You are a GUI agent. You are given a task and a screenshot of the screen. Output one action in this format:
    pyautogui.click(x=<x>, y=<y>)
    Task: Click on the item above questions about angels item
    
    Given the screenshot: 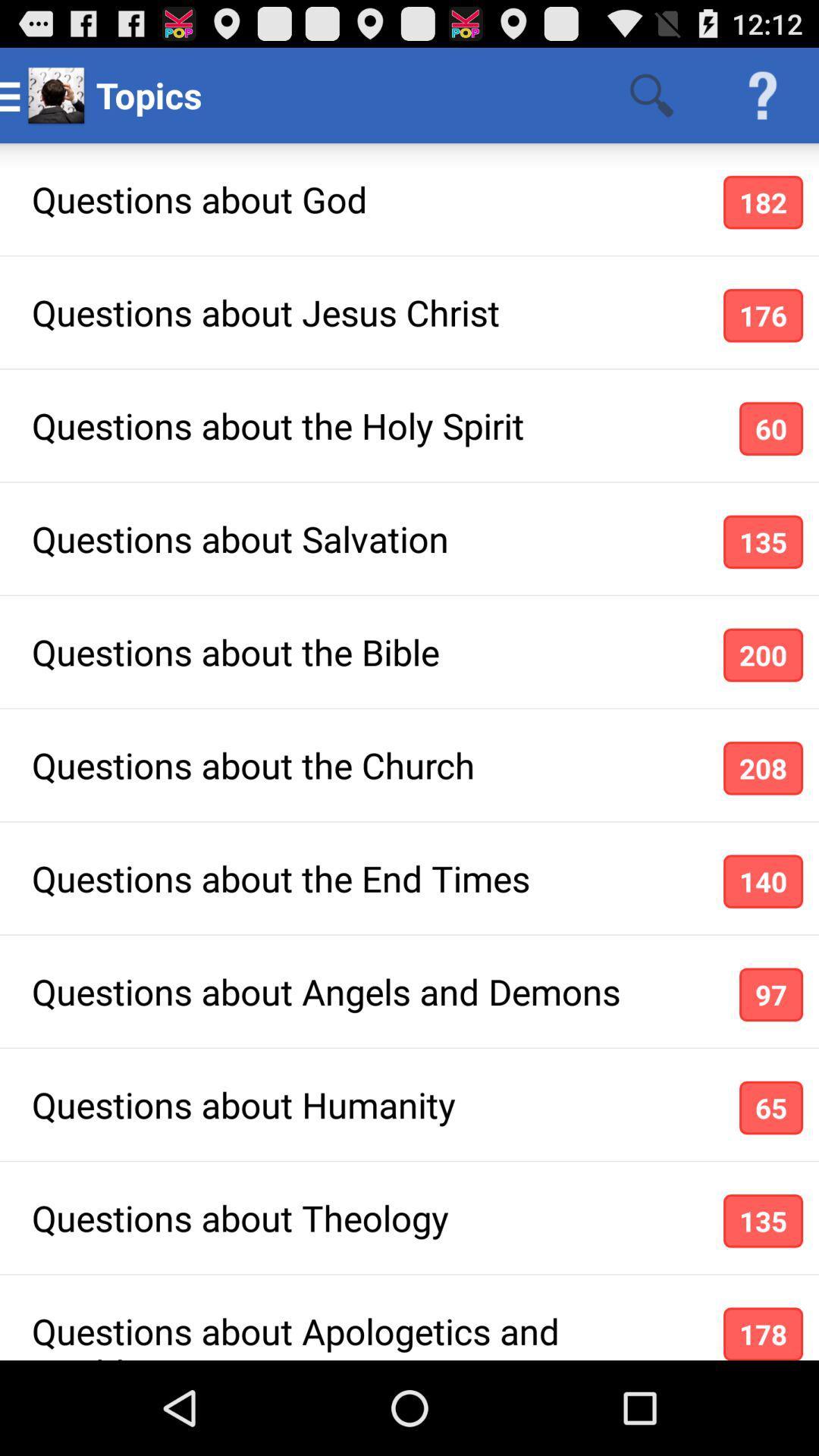 What is the action you would take?
    pyautogui.click(x=763, y=881)
    